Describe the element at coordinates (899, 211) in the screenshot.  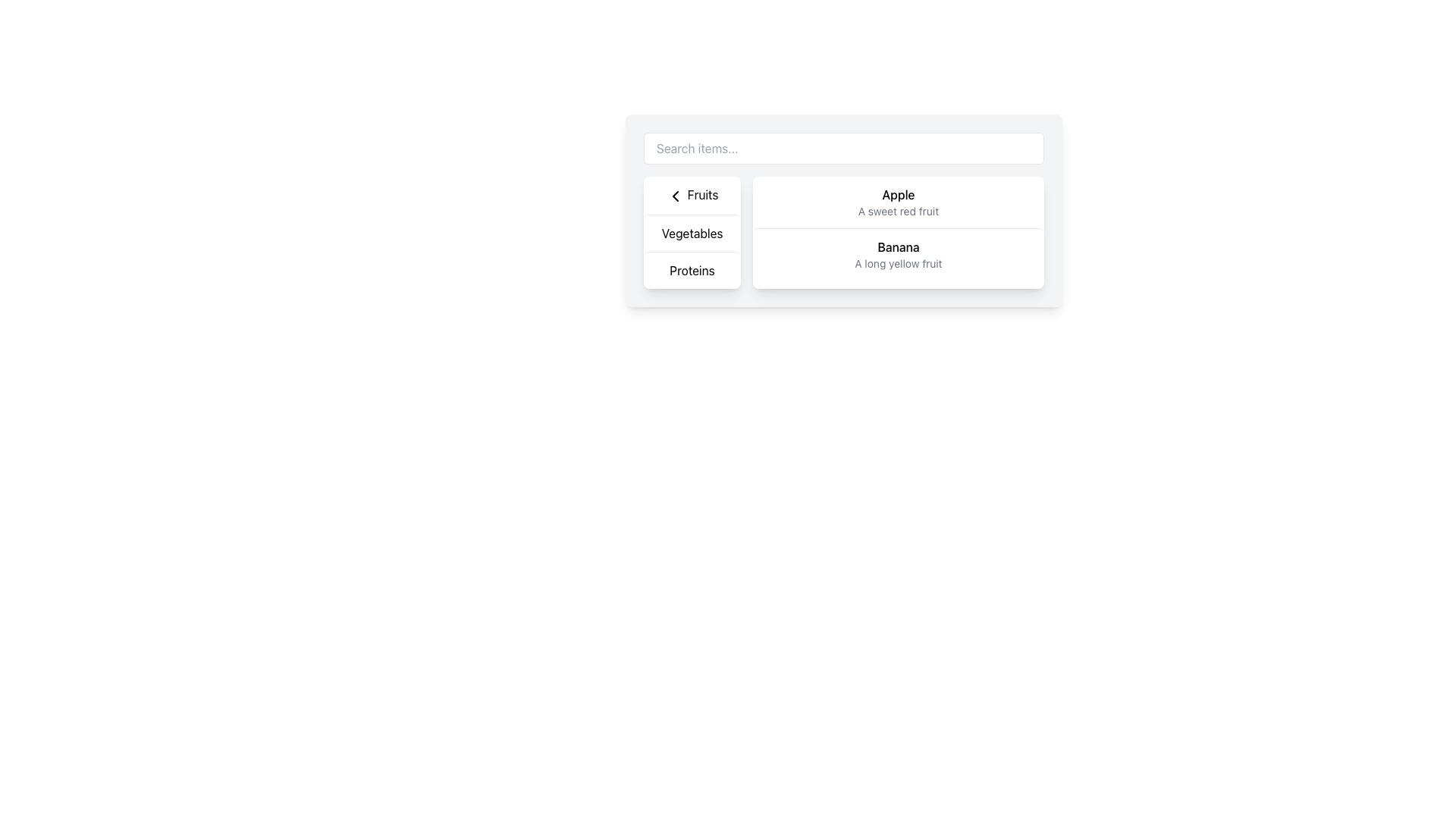
I see `the descriptive text element containing the phrase 'A sweet red fruit', which is styled in a smaller gray font and positioned directly beneath the bold 'Apple' text in the card-like layout` at that location.